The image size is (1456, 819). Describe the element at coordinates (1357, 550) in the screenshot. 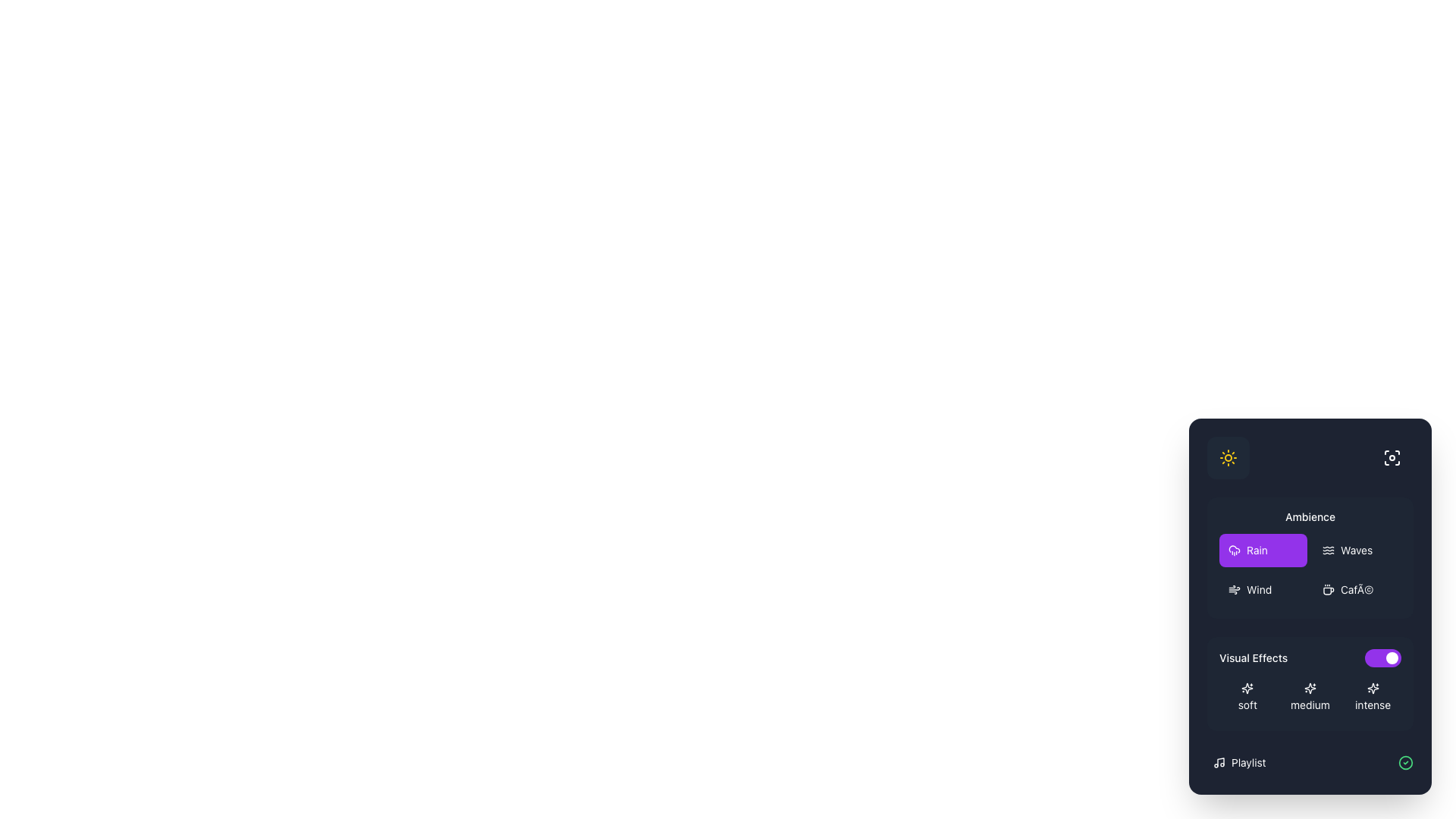

I see `the button that toggles or activates the 'Waves' ambience, located in the top-right corner of the grid within the 'Ambience' section, specifically the second button in the first row` at that location.